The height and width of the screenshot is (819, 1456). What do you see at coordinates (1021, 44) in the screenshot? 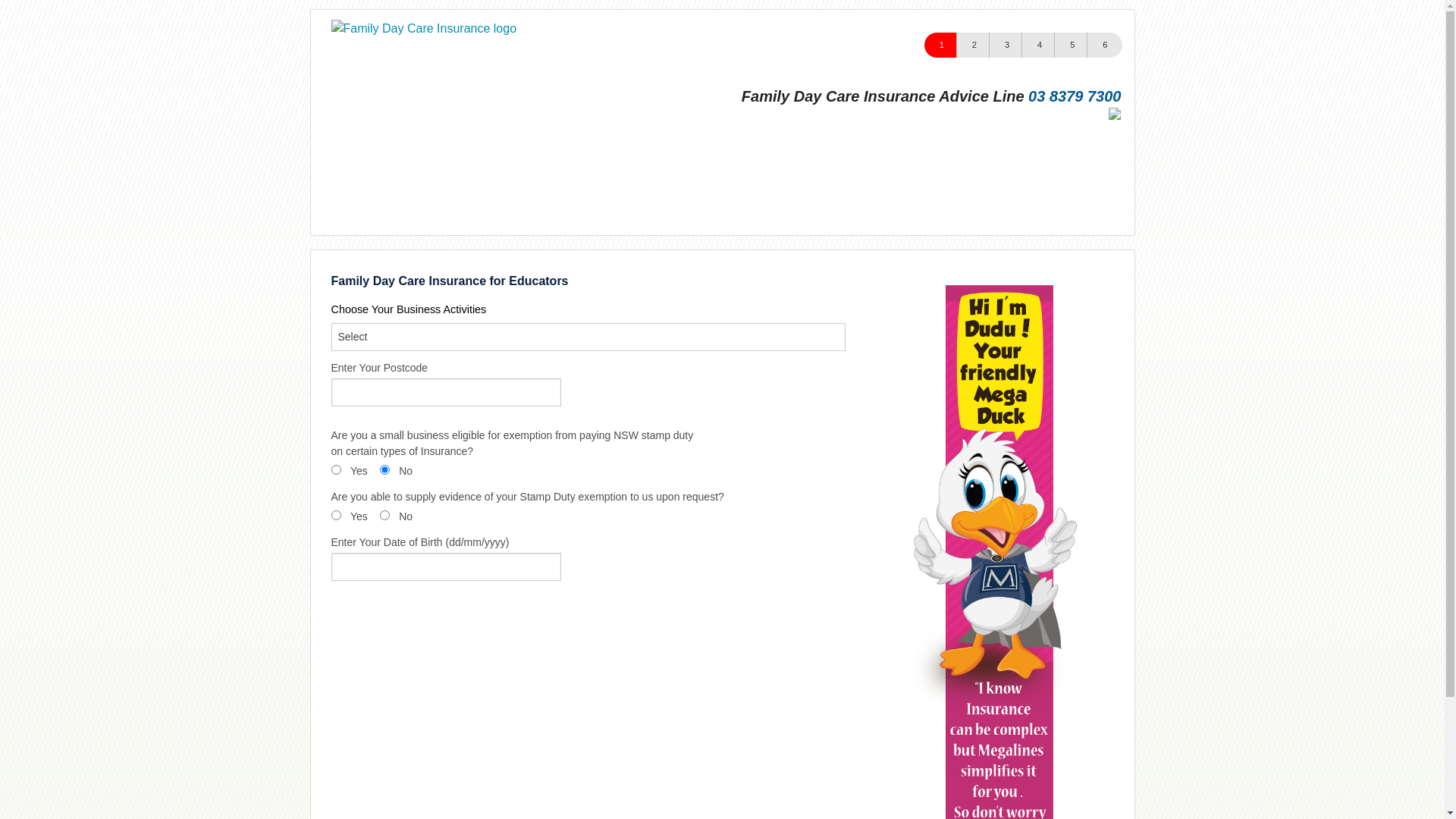
I see `'4'` at bounding box center [1021, 44].